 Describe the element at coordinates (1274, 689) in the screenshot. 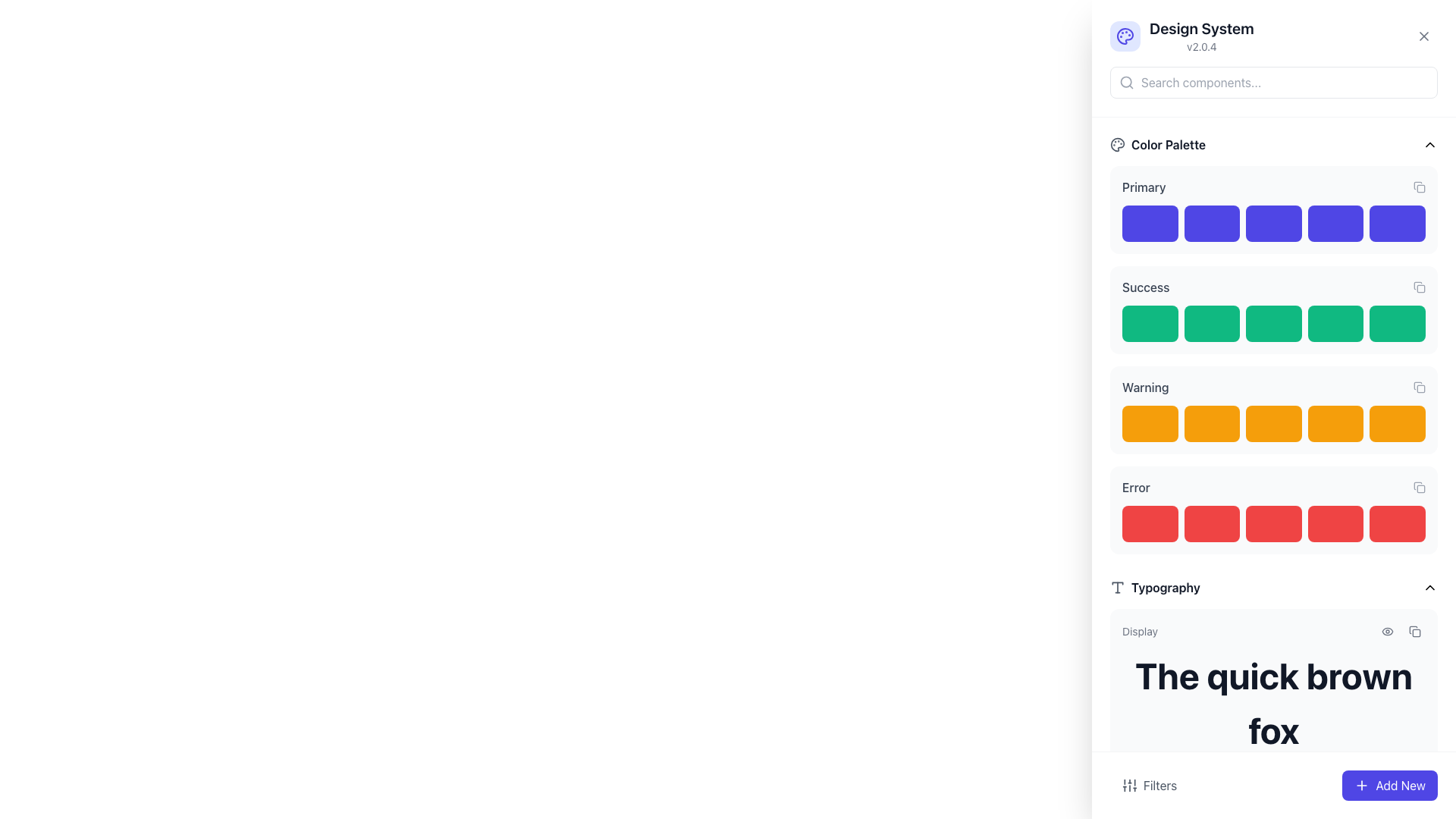

I see `the first Text Display Card in the Typography section that displays the text 'The quick brown fox' to interact with it if it is interactive` at that location.